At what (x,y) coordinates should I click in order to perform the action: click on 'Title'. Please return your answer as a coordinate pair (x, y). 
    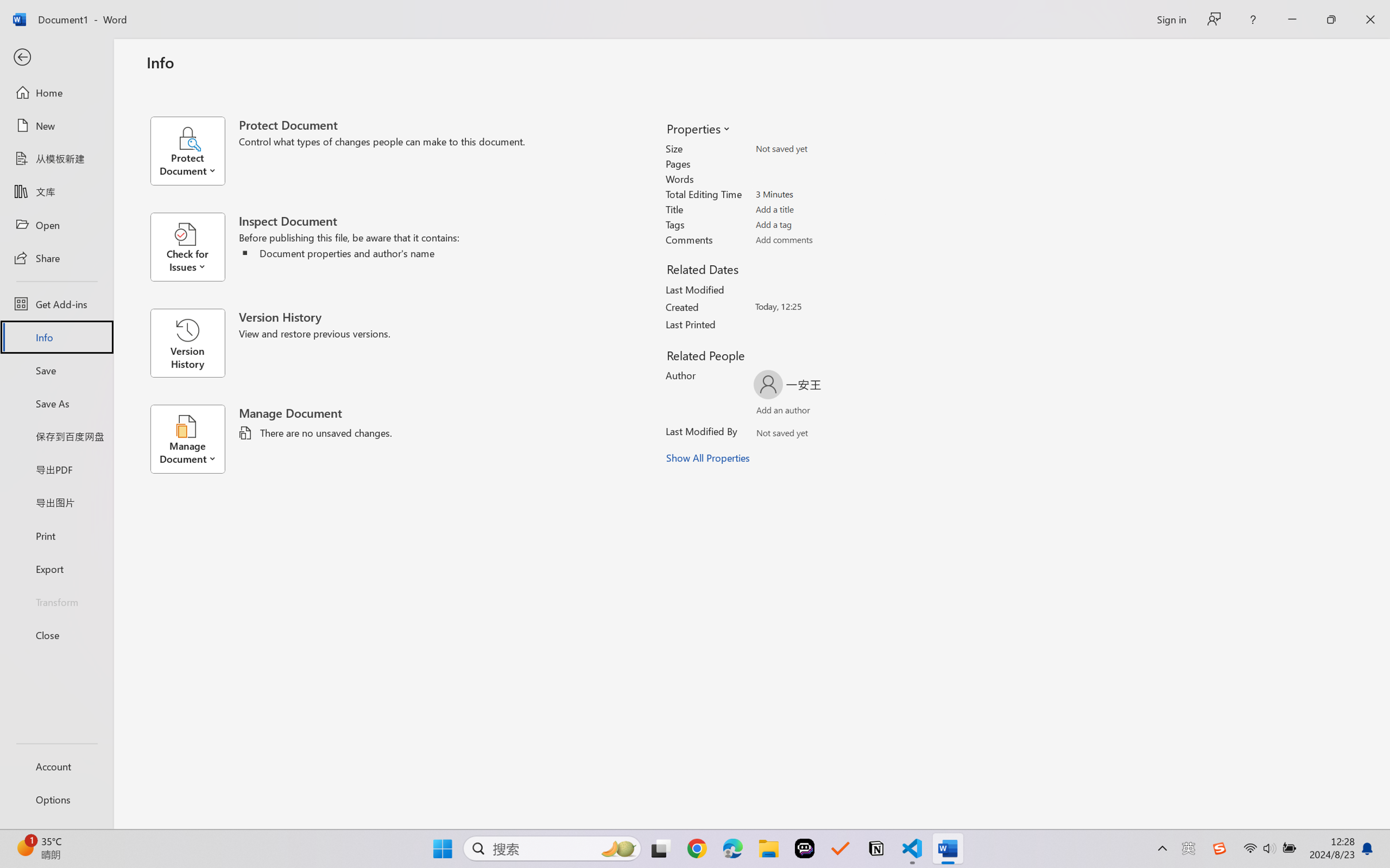
    Looking at the image, I should click on (819, 209).